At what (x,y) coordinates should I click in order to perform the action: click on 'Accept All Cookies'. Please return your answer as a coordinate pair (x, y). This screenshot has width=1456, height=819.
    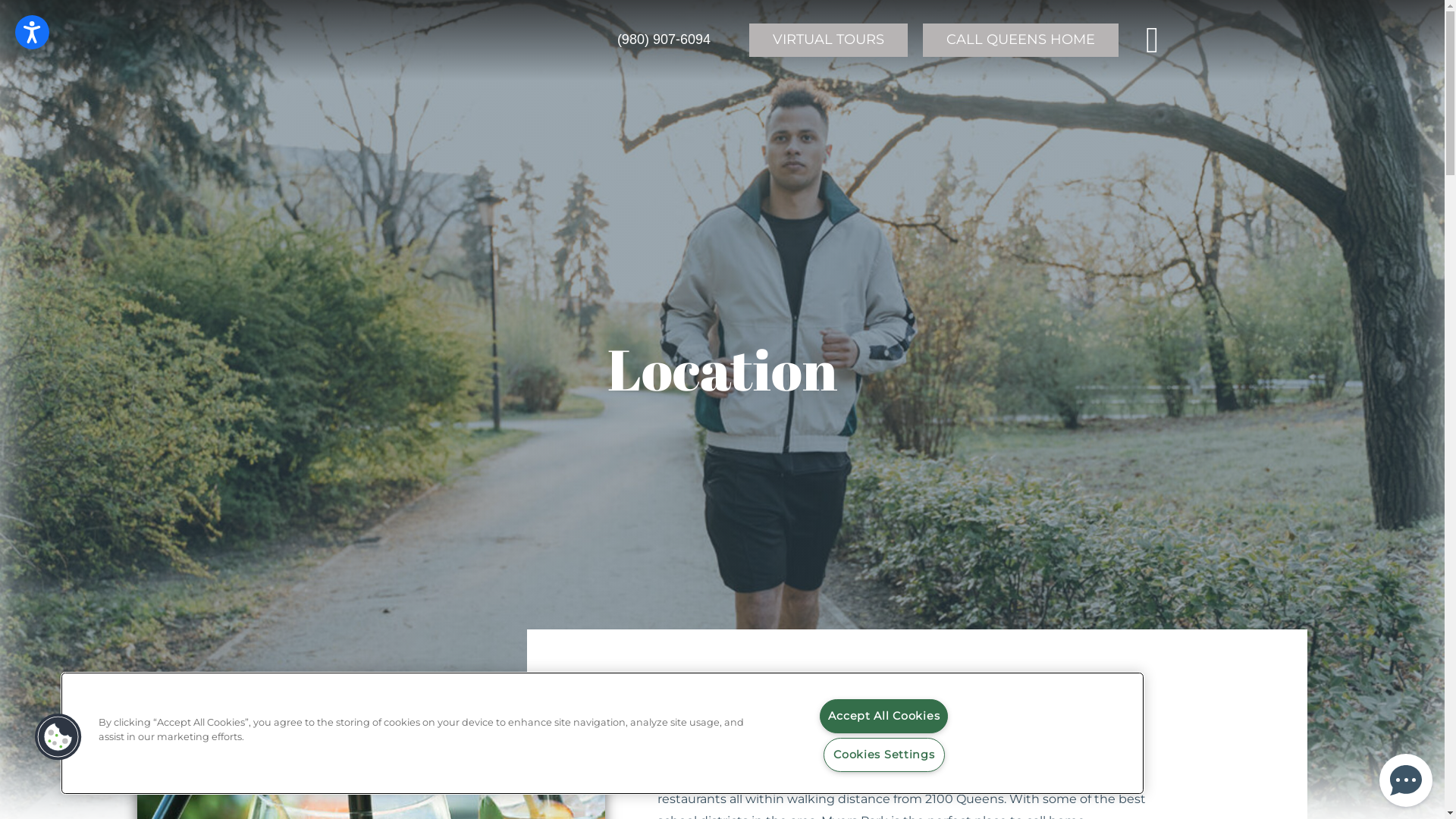
    Looking at the image, I should click on (883, 716).